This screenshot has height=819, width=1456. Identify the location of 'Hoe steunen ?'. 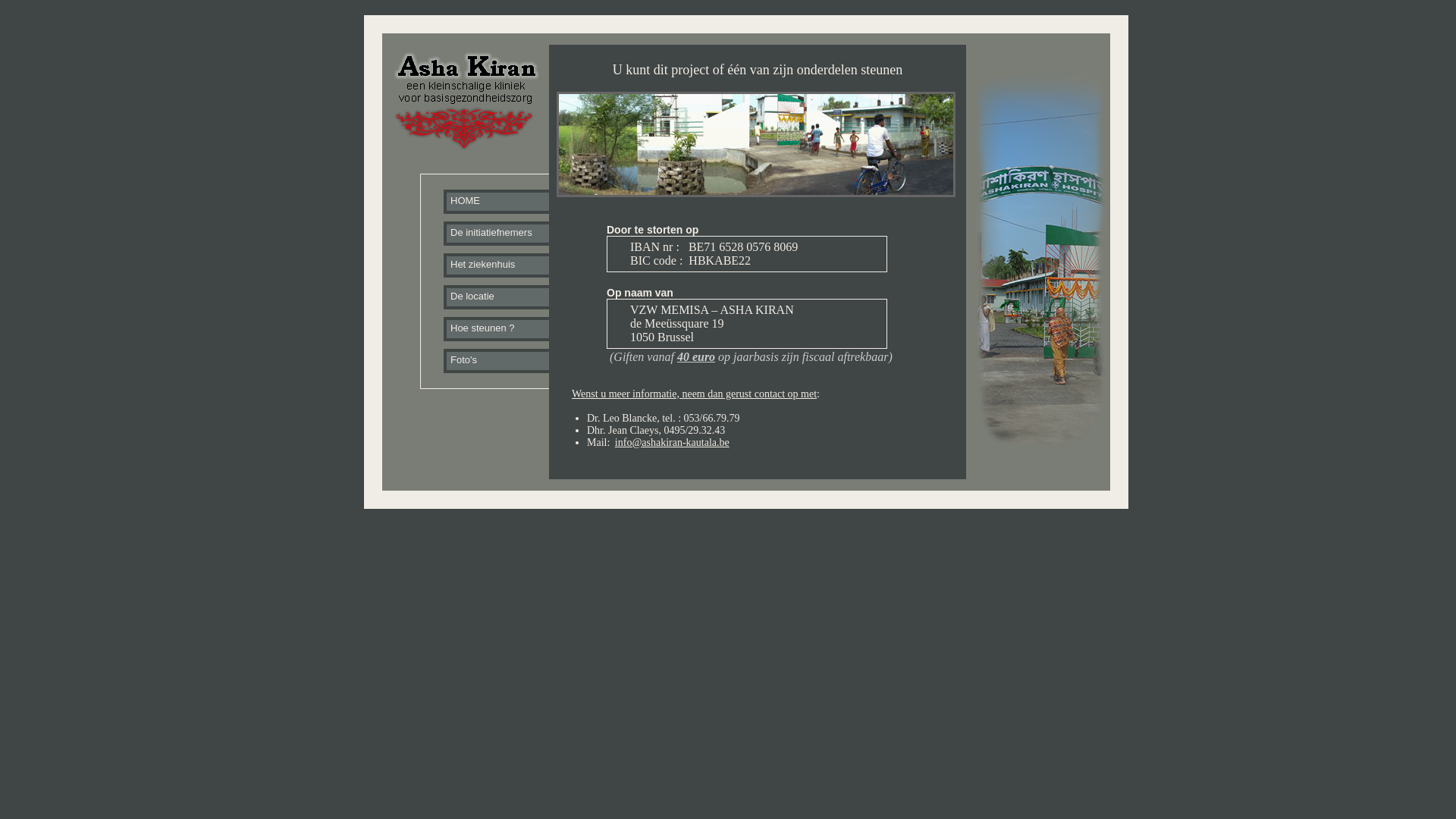
(508, 329).